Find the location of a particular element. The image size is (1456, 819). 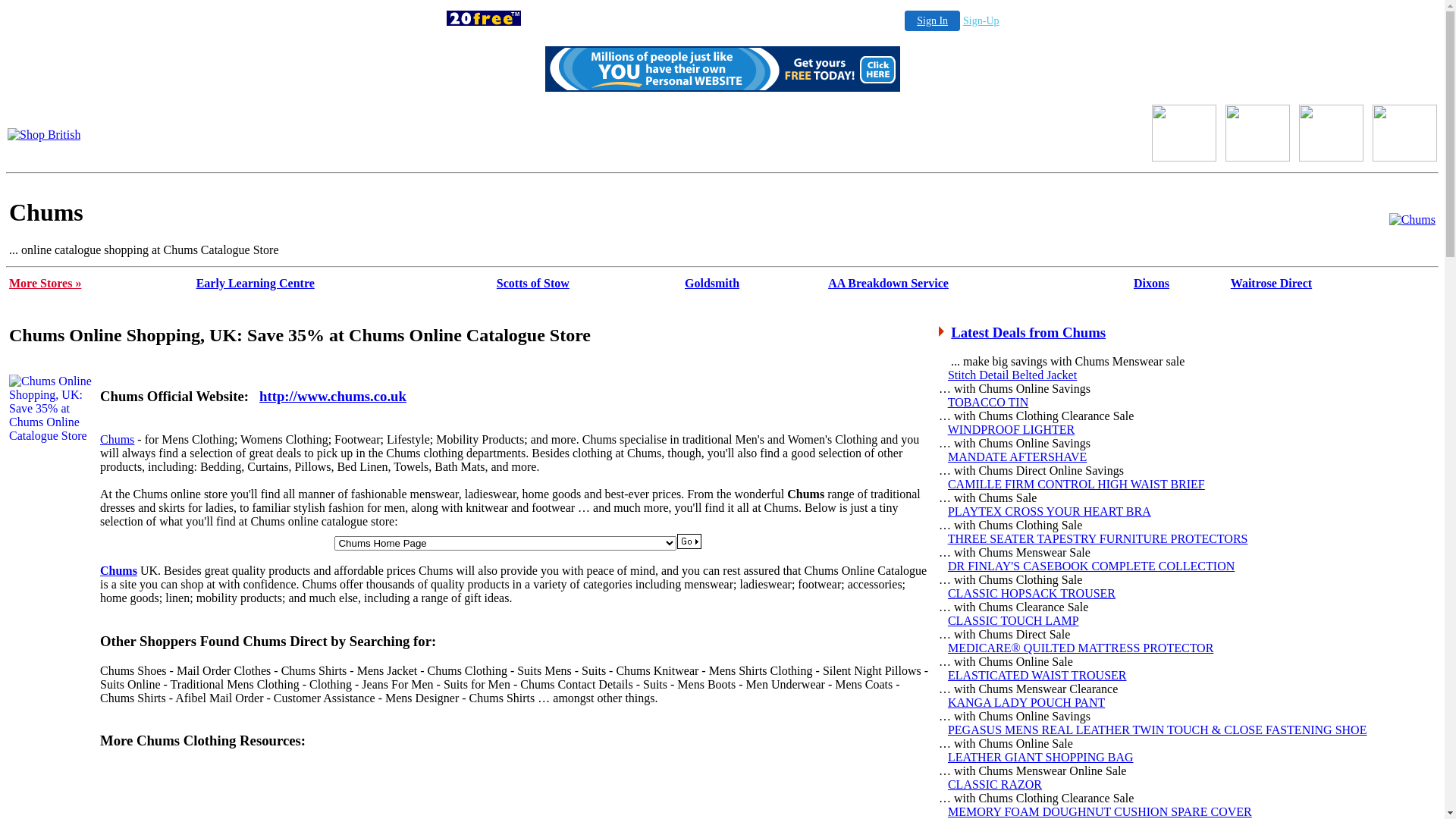

'http://www.chums.co.uk' is located at coordinates (331, 395).